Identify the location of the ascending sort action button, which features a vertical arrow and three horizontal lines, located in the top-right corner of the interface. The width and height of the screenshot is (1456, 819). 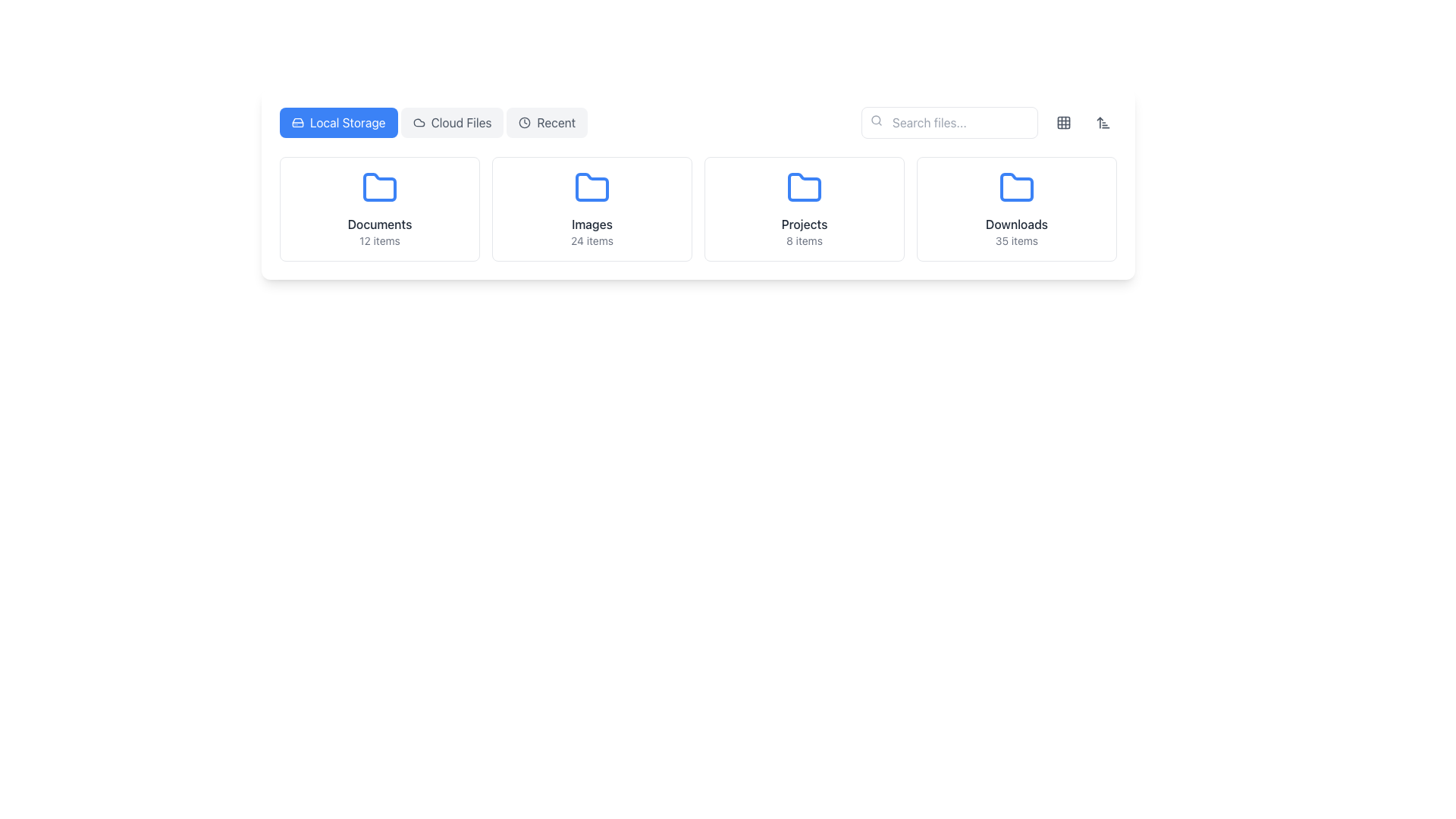
(1103, 122).